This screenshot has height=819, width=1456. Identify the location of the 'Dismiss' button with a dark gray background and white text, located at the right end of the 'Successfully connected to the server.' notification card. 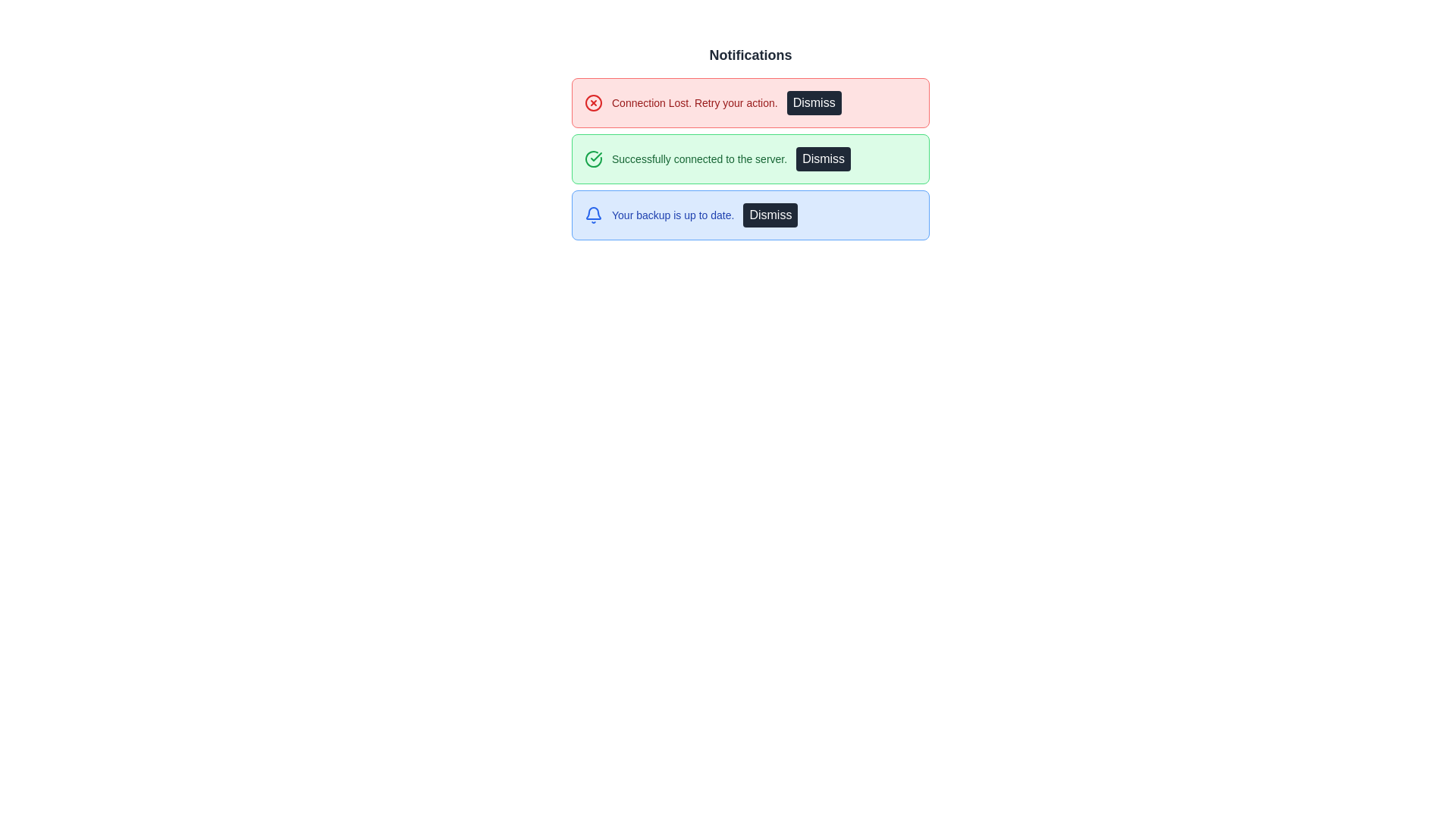
(823, 158).